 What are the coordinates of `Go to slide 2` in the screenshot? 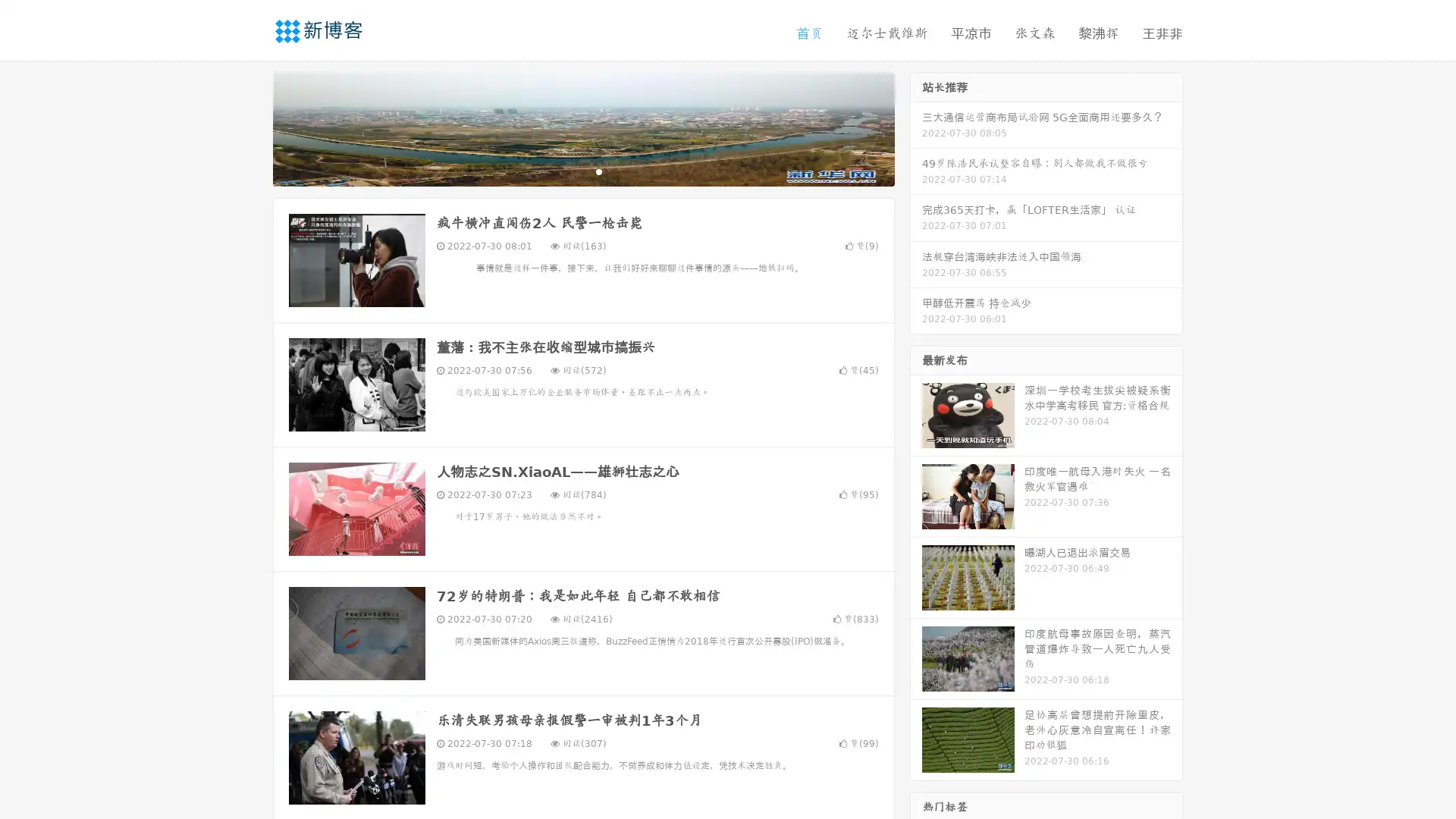 It's located at (582, 171).